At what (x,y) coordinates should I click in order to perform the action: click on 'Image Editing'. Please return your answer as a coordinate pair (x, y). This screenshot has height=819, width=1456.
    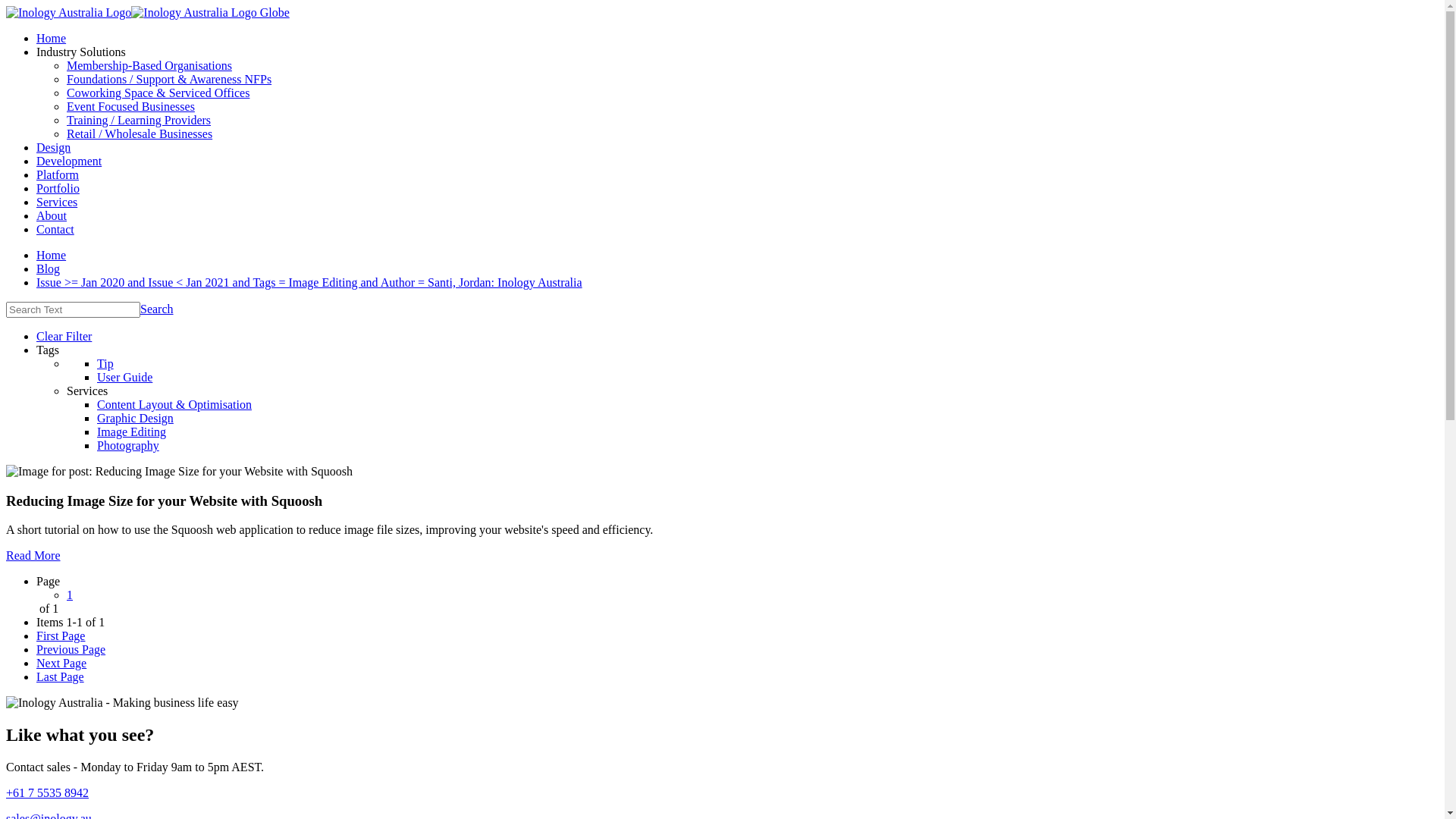
    Looking at the image, I should click on (131, 431).